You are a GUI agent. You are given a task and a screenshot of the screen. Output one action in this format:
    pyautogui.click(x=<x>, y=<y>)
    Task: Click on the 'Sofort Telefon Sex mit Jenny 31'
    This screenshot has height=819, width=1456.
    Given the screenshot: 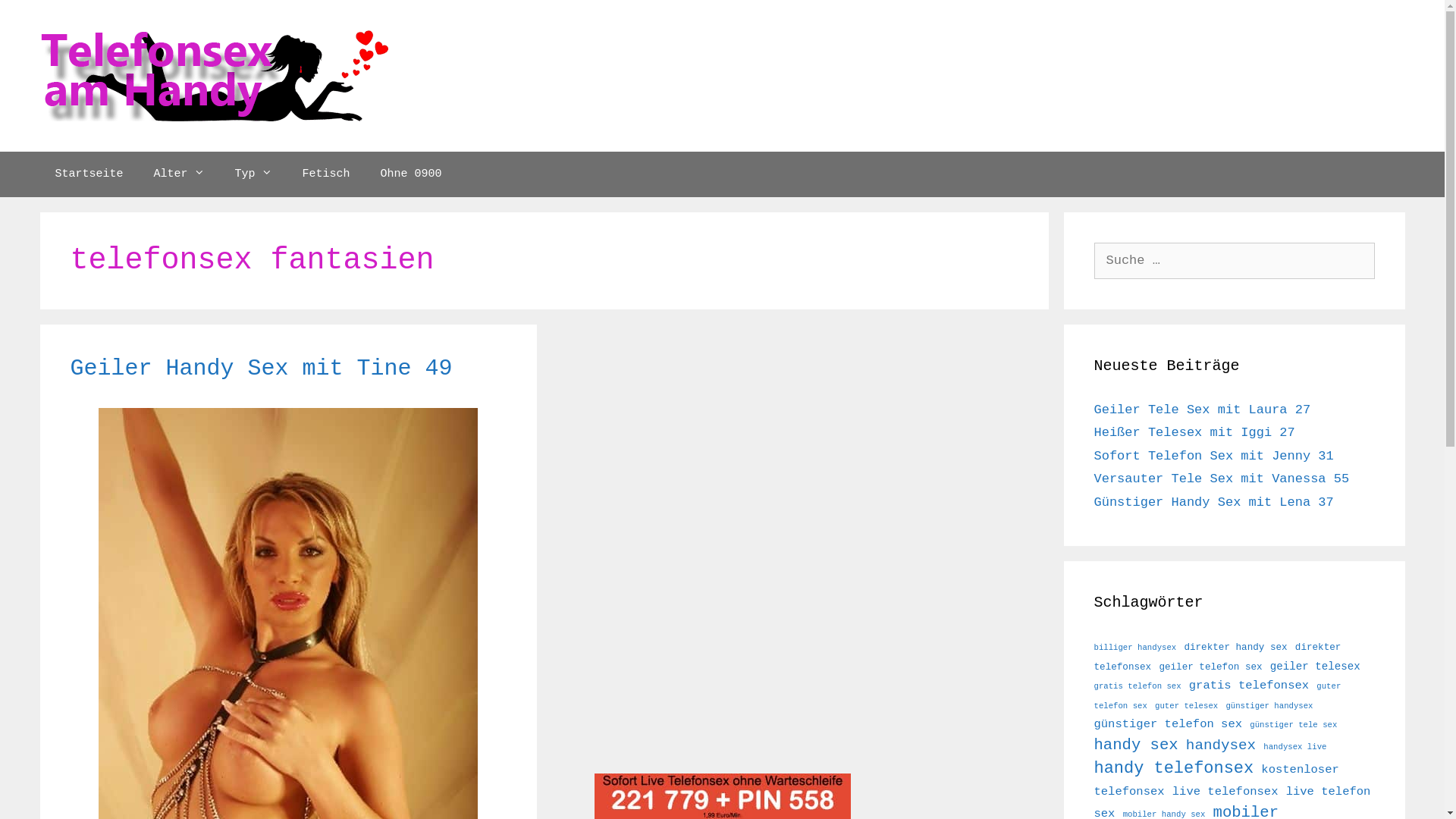 What is the action you would take?
    pyautogui.click(x=1212, y=455)
    